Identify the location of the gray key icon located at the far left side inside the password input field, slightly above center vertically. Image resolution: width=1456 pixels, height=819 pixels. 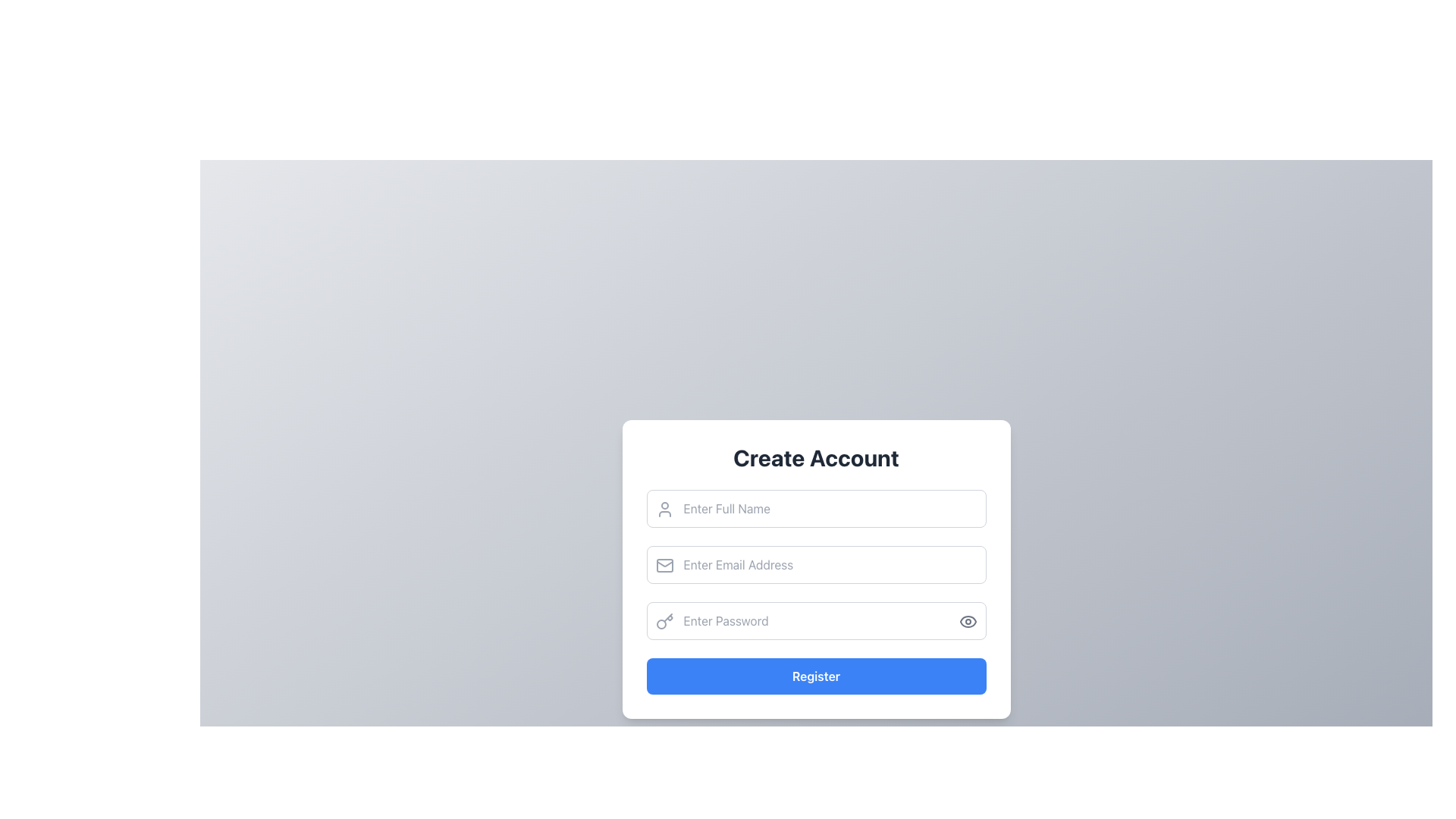
(664, 622).